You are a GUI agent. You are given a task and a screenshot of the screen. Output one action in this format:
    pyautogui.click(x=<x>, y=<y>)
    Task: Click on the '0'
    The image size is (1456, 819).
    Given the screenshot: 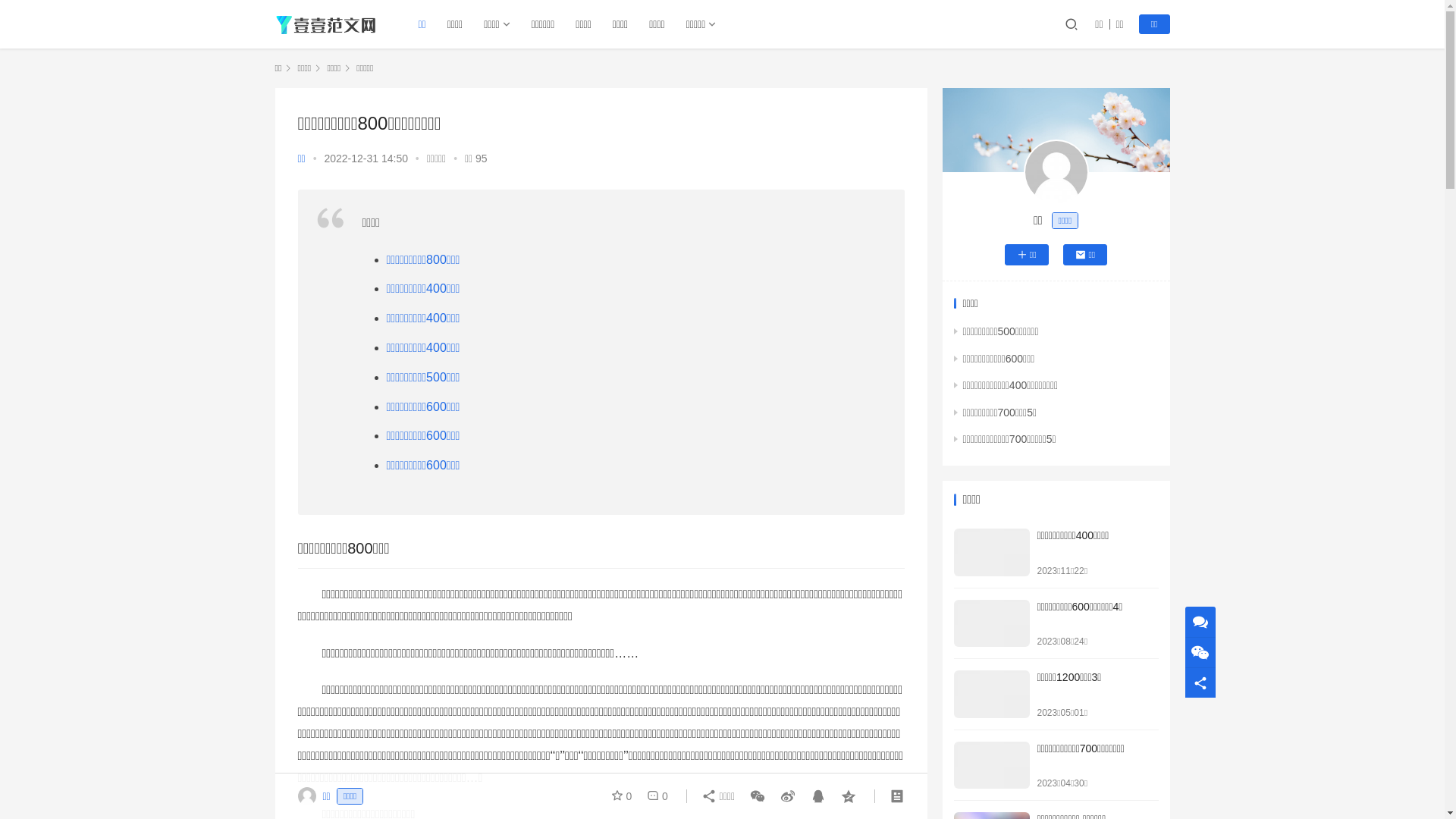 What is the action you would take?
    pyautogui.click(x=625, y=795)
    